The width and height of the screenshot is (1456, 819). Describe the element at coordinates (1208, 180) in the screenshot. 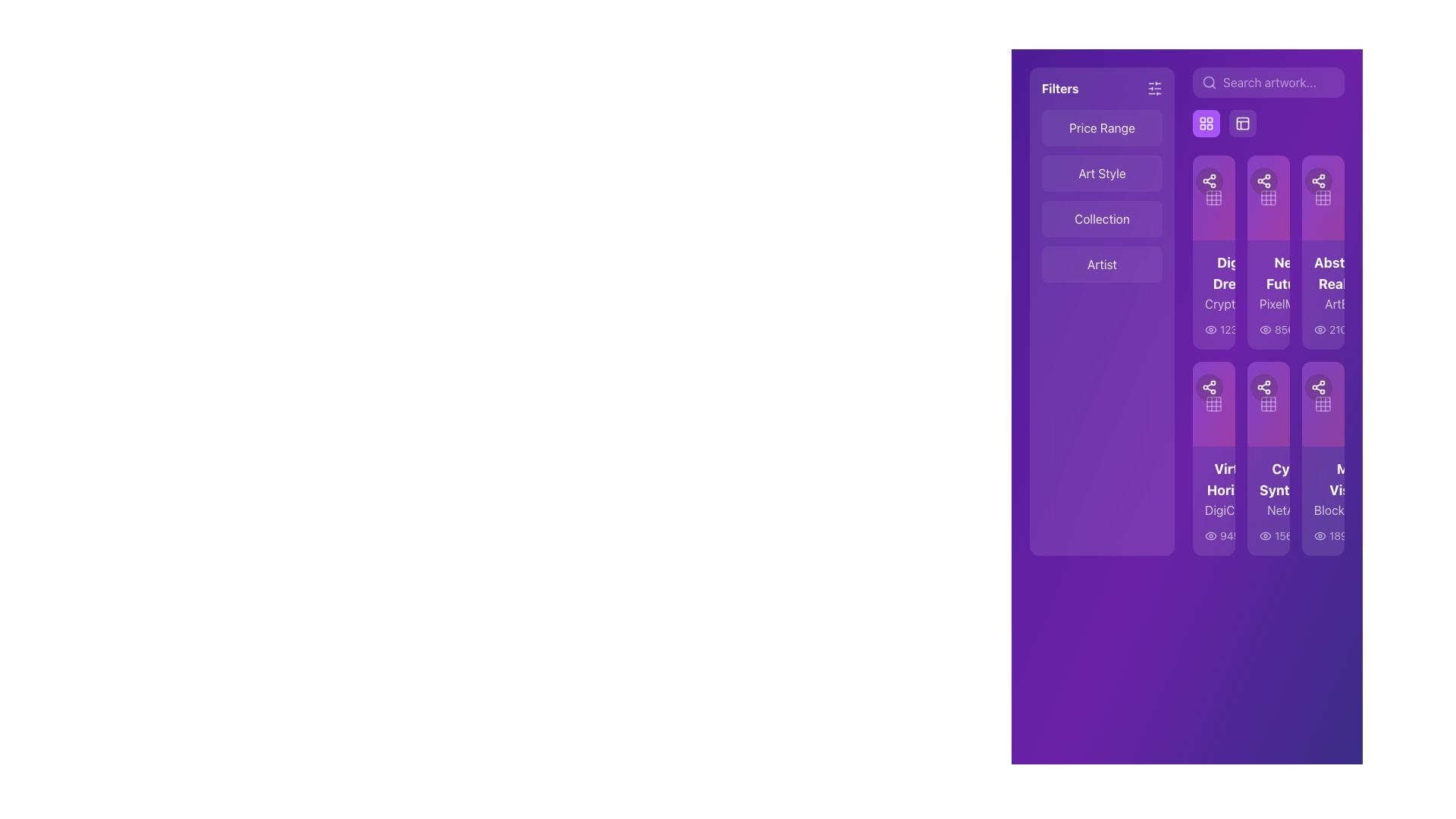

I see `the icon button featuring three circular nodes connected by lines, resembling a share symbol, which is located at the top-left section of the grid of icons` at that location.